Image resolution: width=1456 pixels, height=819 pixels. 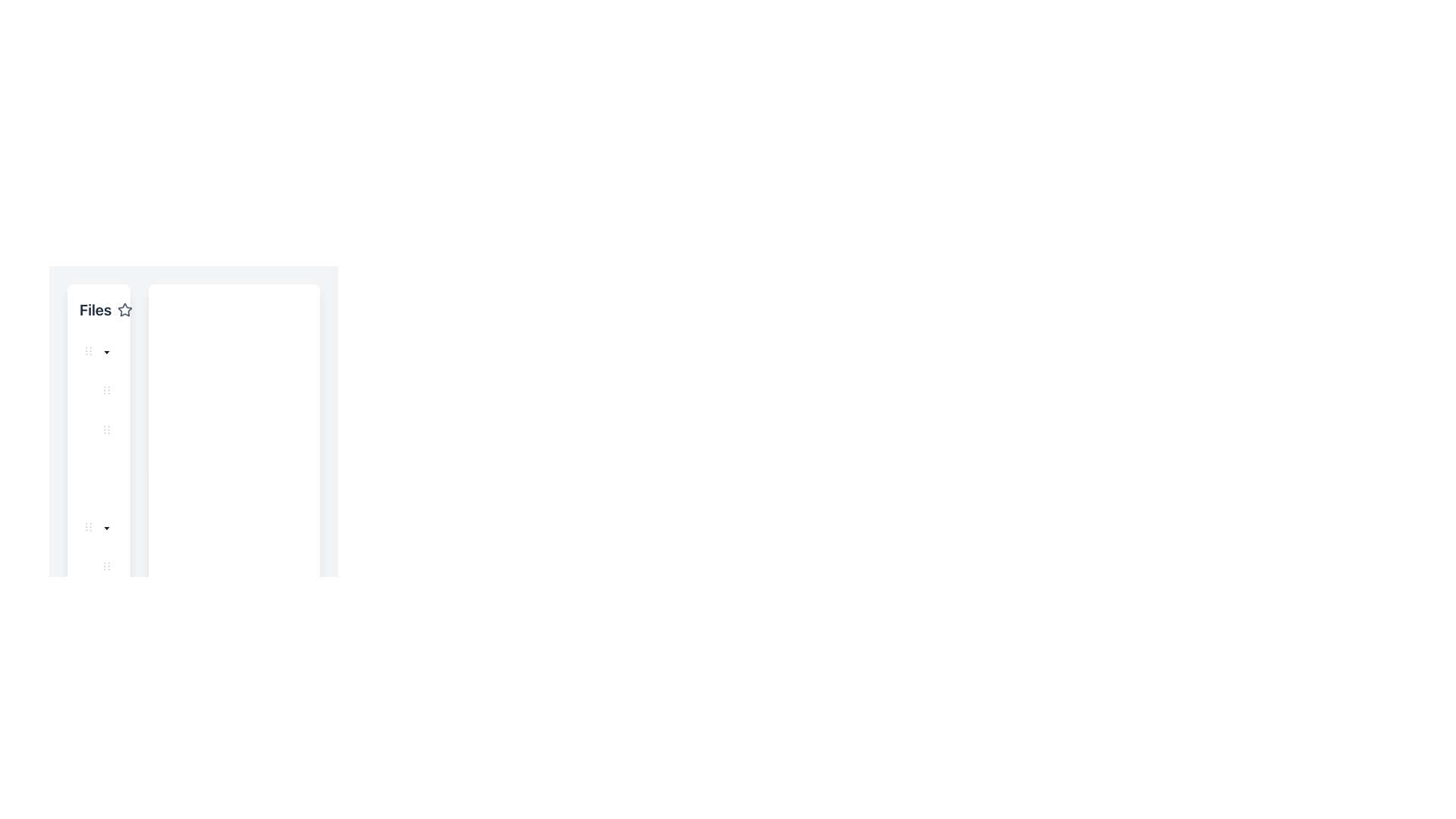 I want to click on the 'My Documents' folder icon in the tree view, so click(x=98, y=359).